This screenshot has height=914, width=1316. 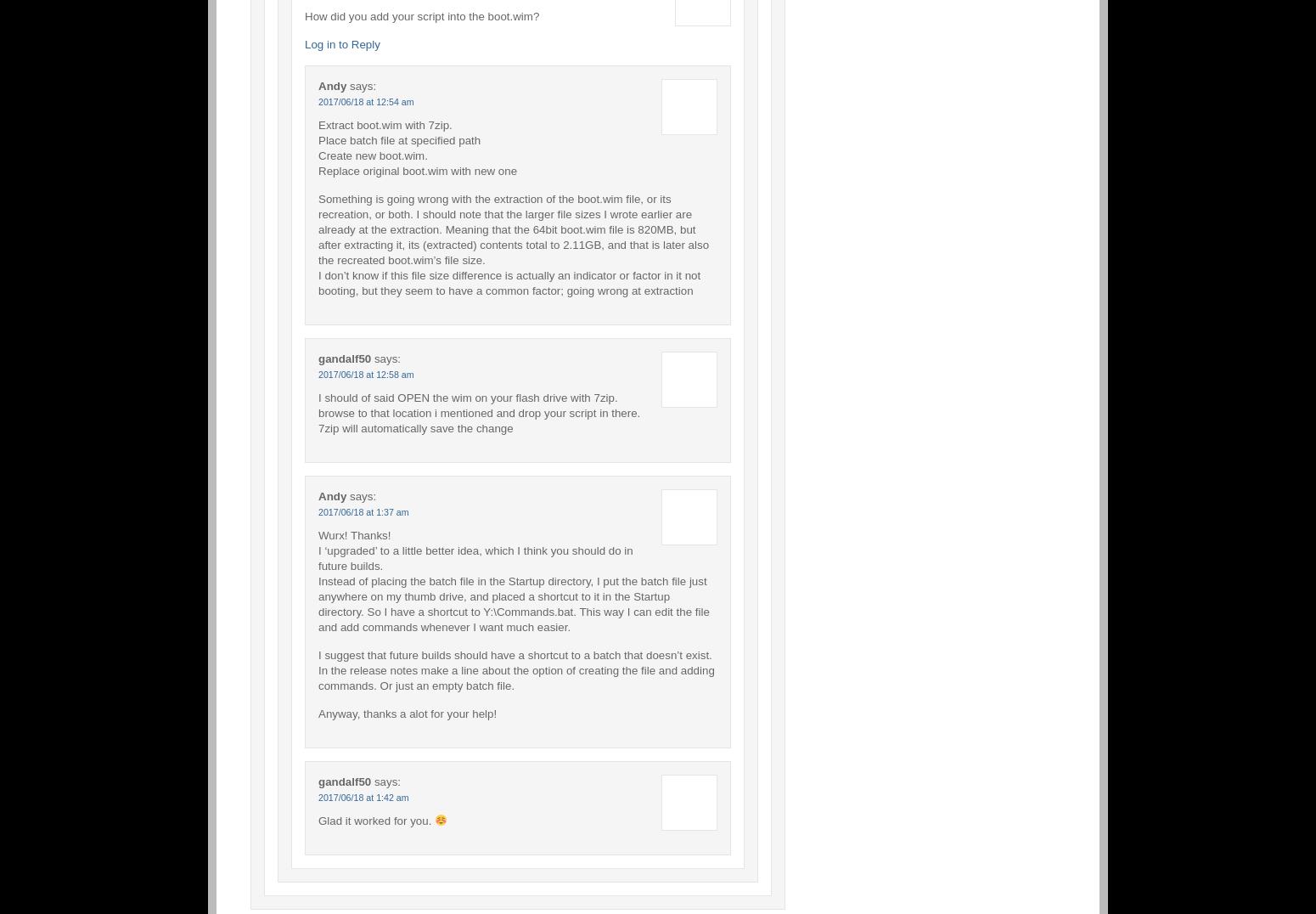 What do you see at coordinates (363, 795) in the screenshot?
I see `'2017/06/18 at 1:42 am'` at bounding box center [363, 795].